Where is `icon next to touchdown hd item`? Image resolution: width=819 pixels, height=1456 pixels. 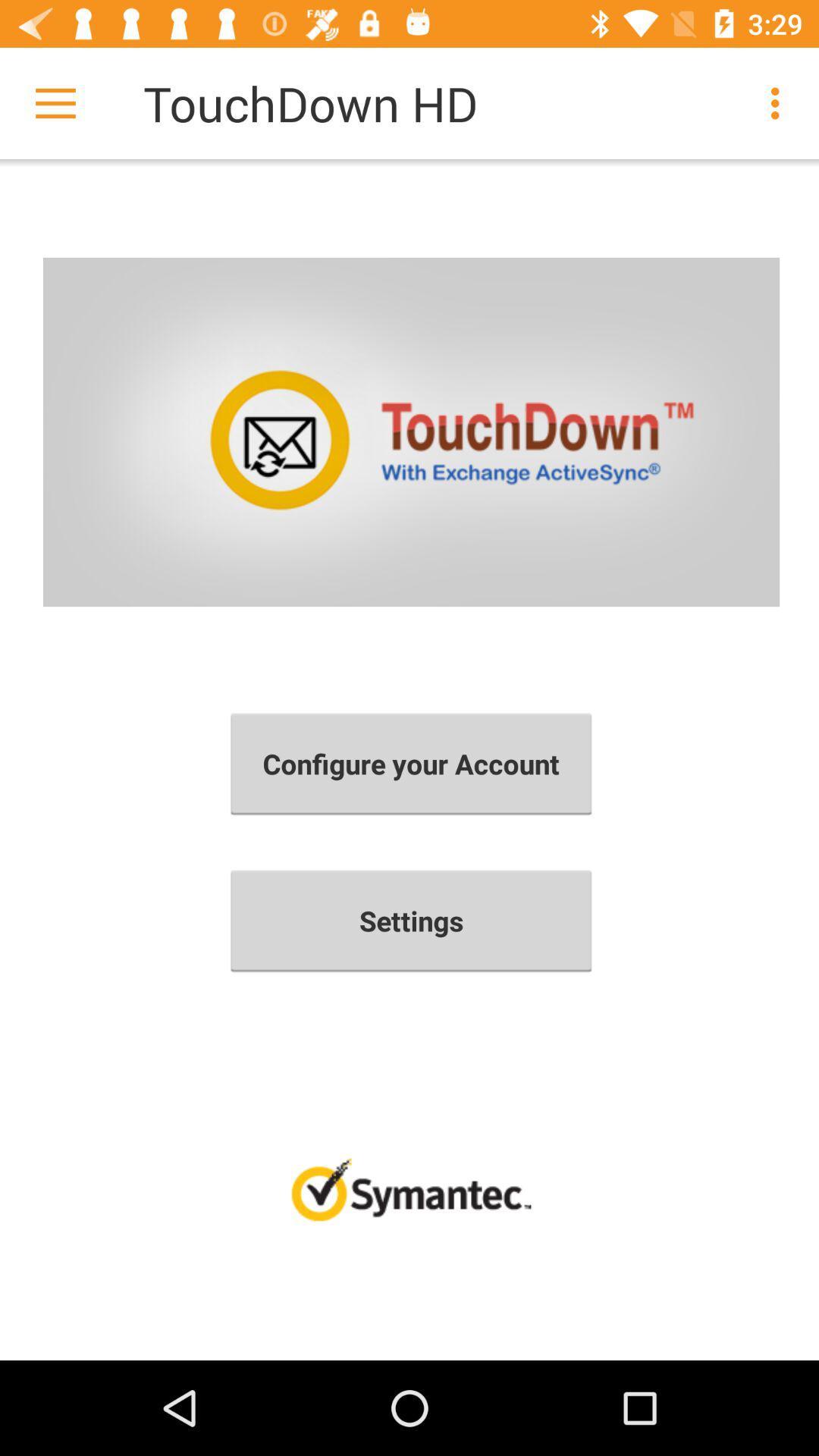
icon next to touchdown hd item is located at coordinates (779, 102).